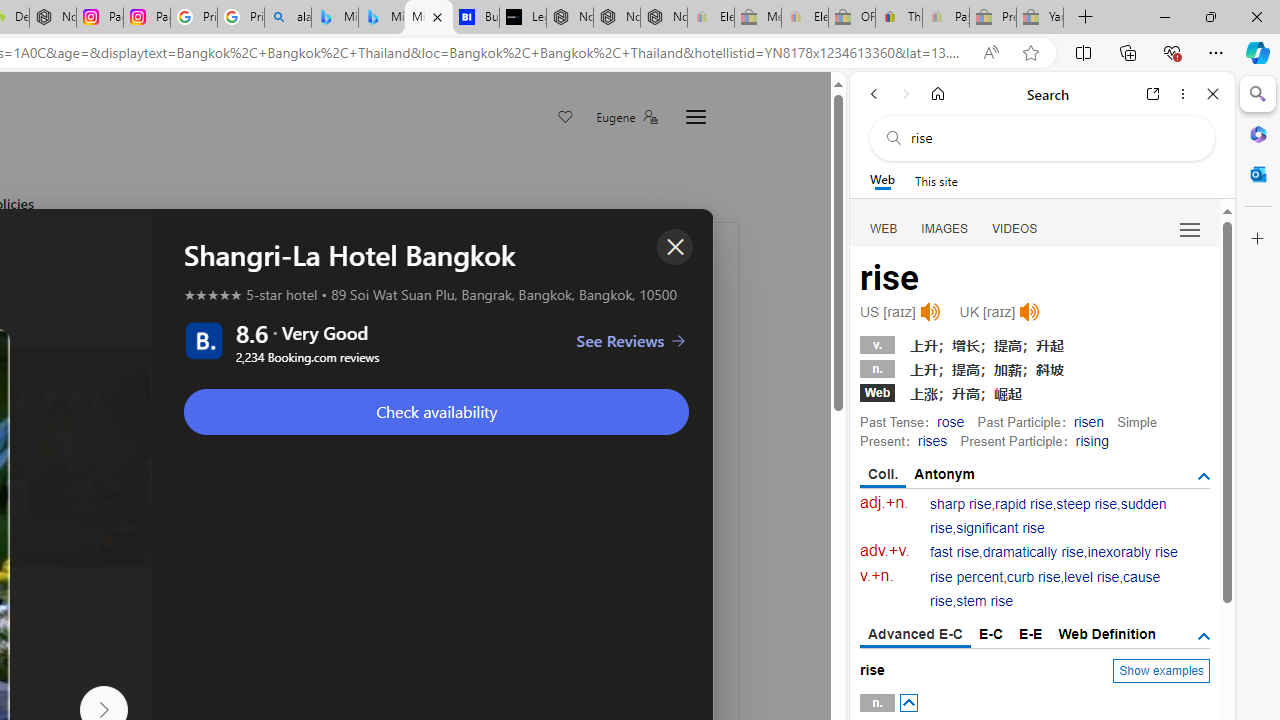 This screenshot has width=1280, height=720. I want to click on 'Coll.', so click(882, 475).